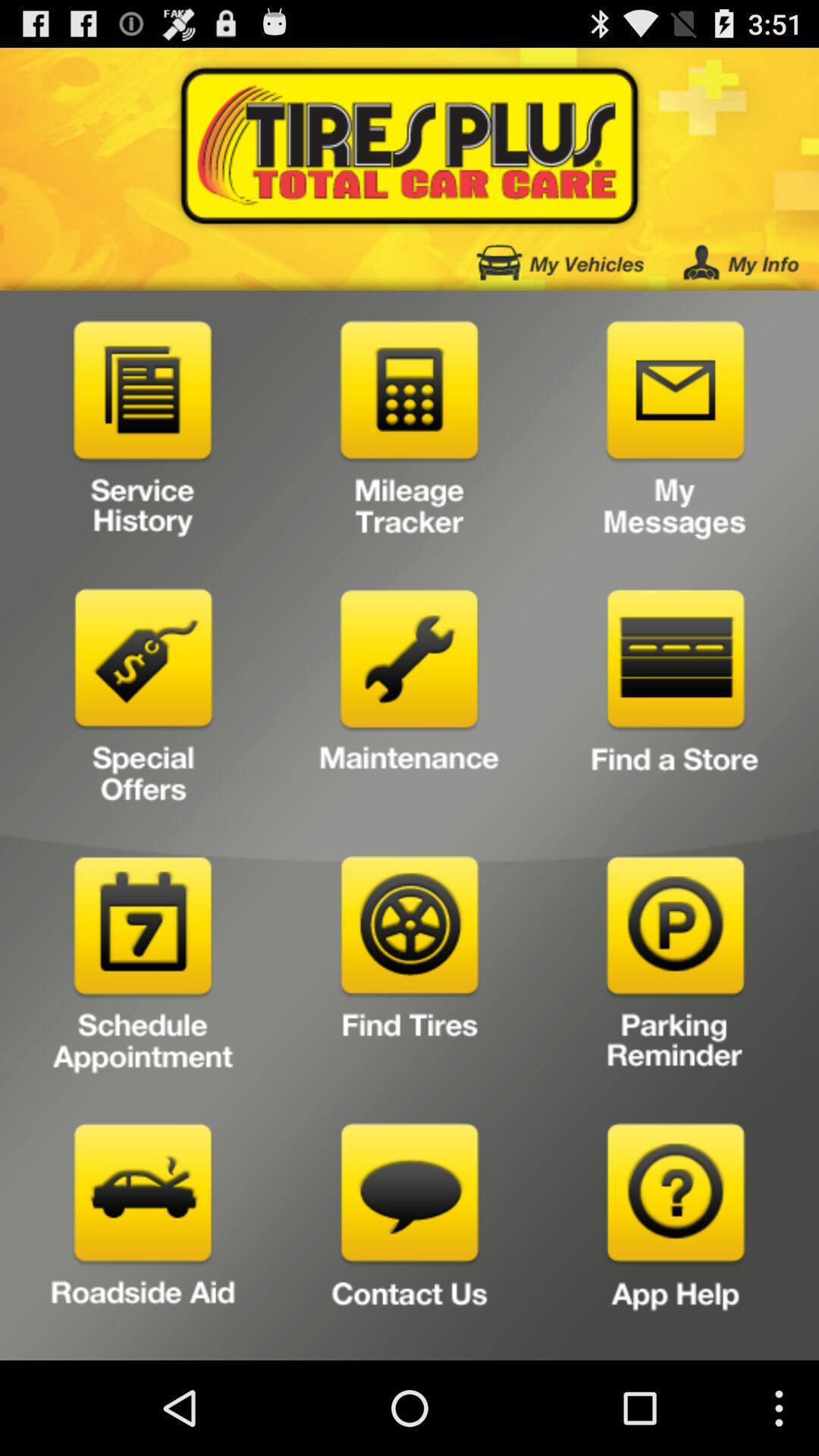 The width and height of the screenshot is (819, 1456). What do you see at coordinates (143, 701) in the screenshot?
I see `button to go to special offers` at bounding box center [143, 701].